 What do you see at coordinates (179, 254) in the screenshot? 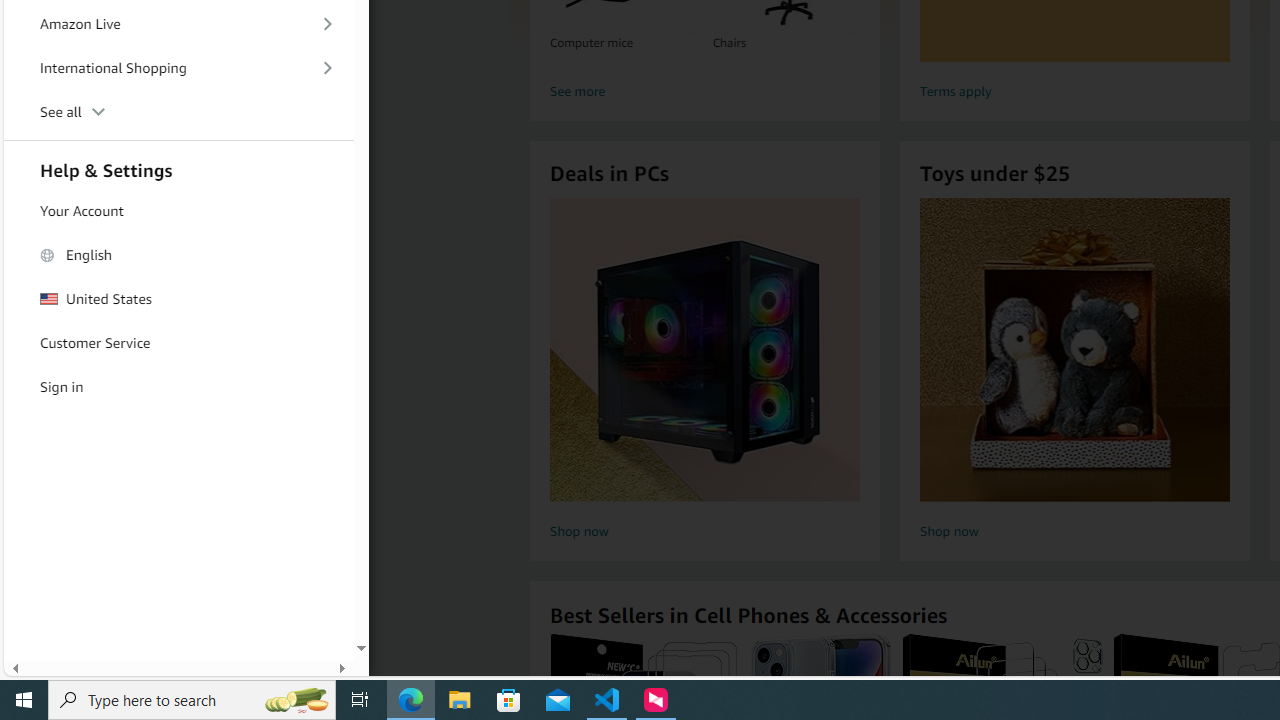
I see `'English'` at bounding box center [179, 254].